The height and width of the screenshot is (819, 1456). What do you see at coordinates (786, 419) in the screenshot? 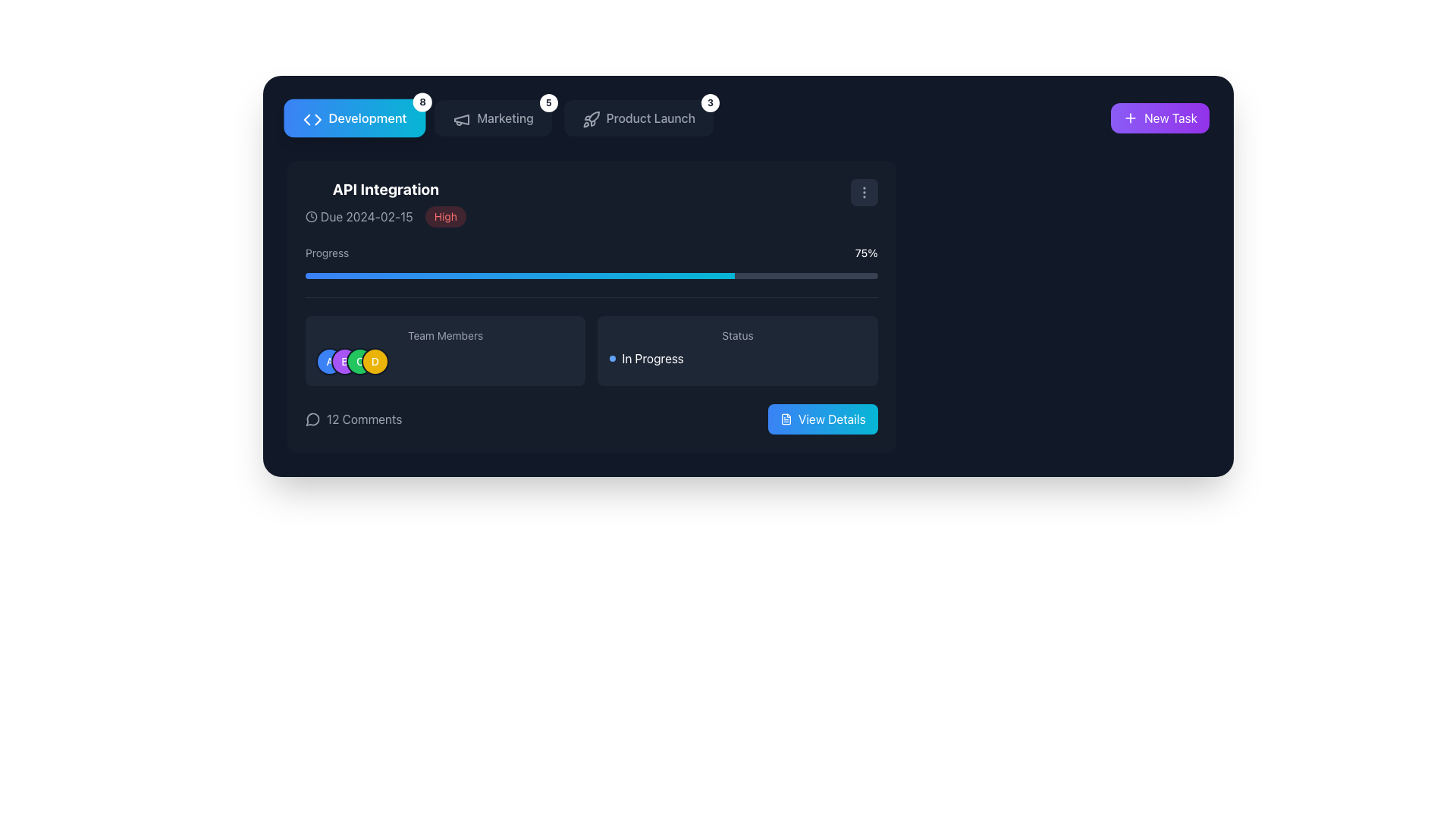
I see `the SVG icon representing the 'View Details' action, located at the leftmost part of the button in the bottom-right corner of the 'API Integration' section card` at bounding box center [786, 419].